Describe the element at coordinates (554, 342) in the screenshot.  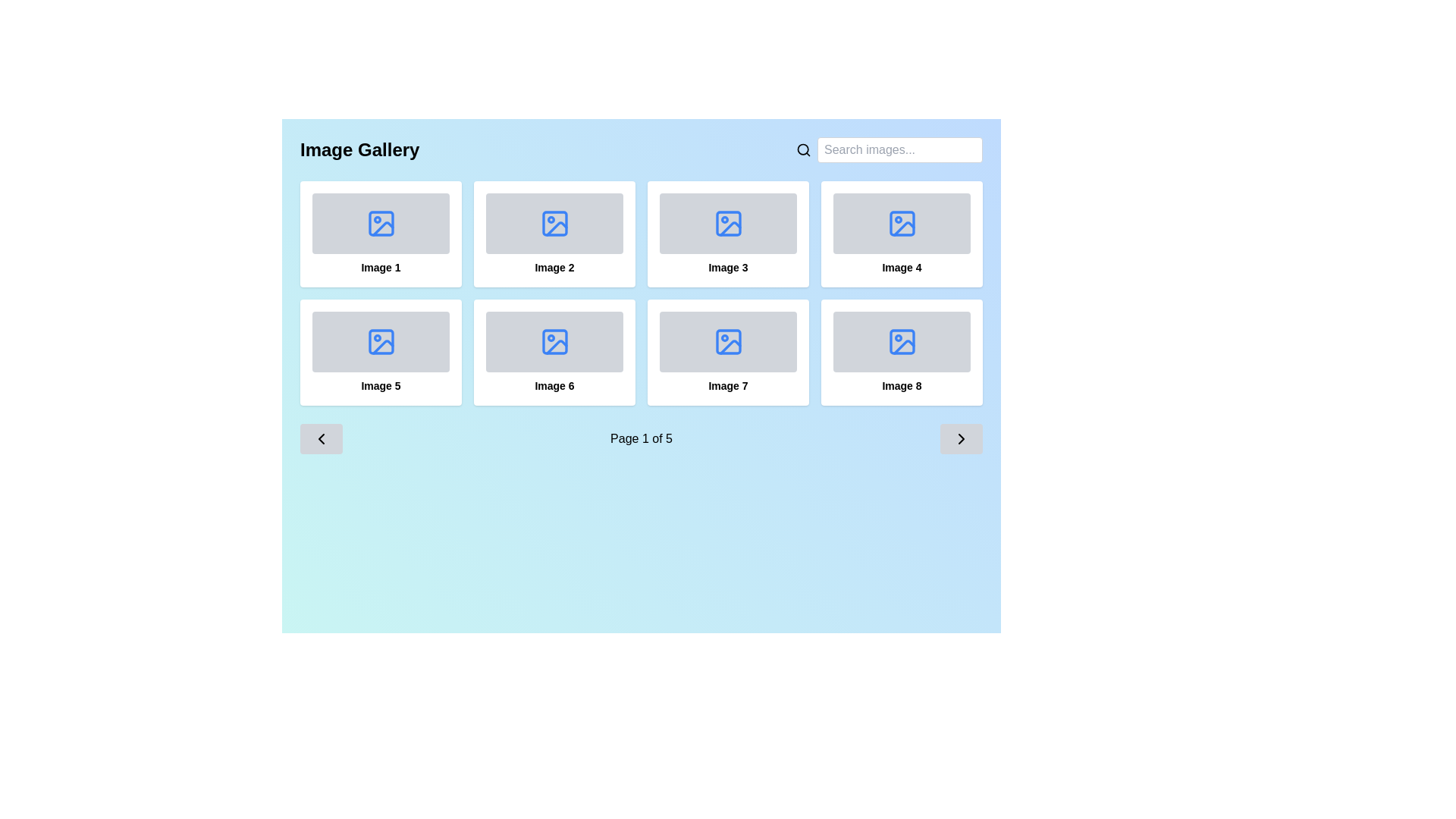
I see `the icon representing an image in the gallery, located in the sixth tile of the grid layout, second row and third column` at that location.